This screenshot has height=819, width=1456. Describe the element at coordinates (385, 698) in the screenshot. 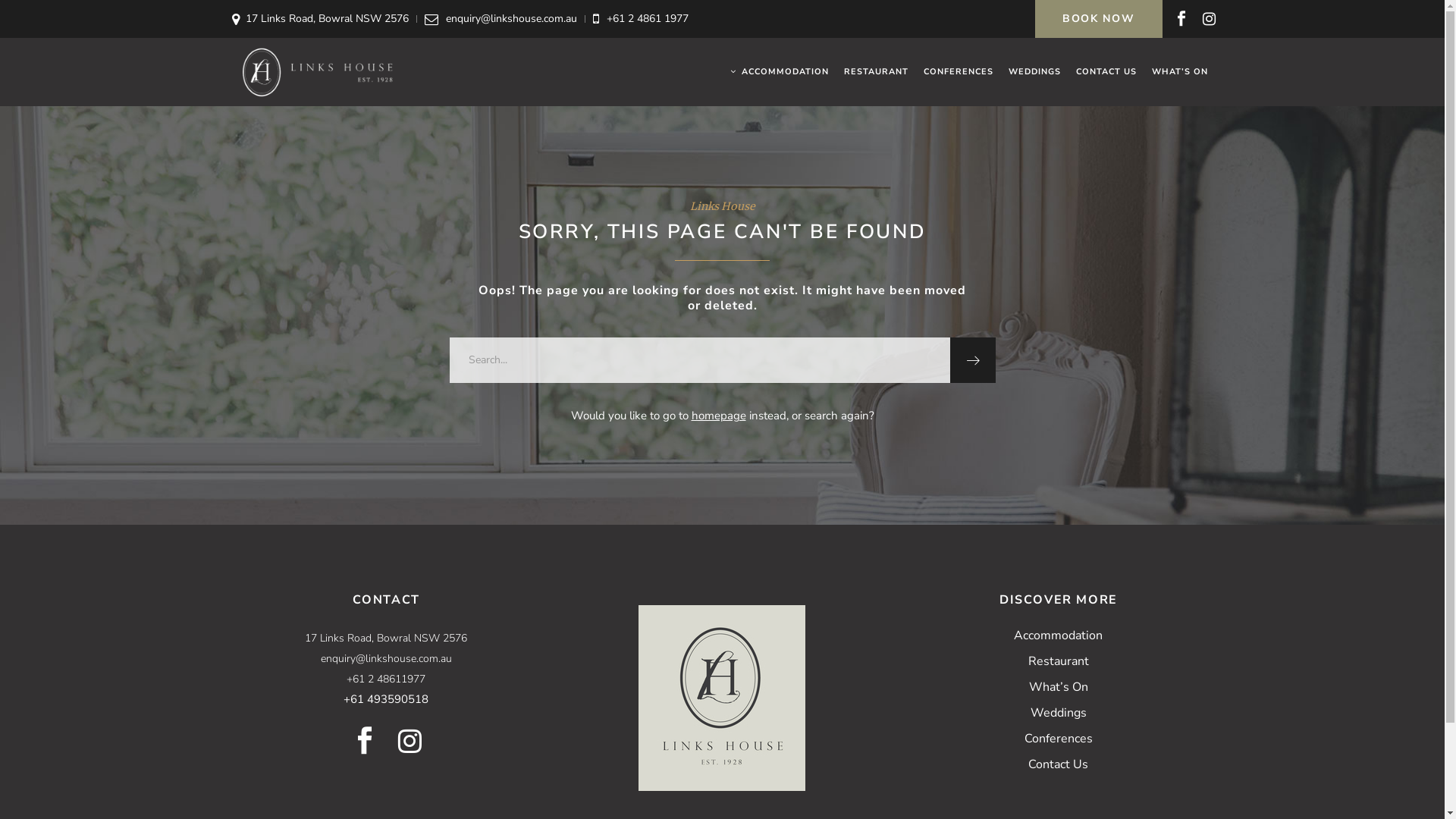

I see `'+61 493590518'` at that location.